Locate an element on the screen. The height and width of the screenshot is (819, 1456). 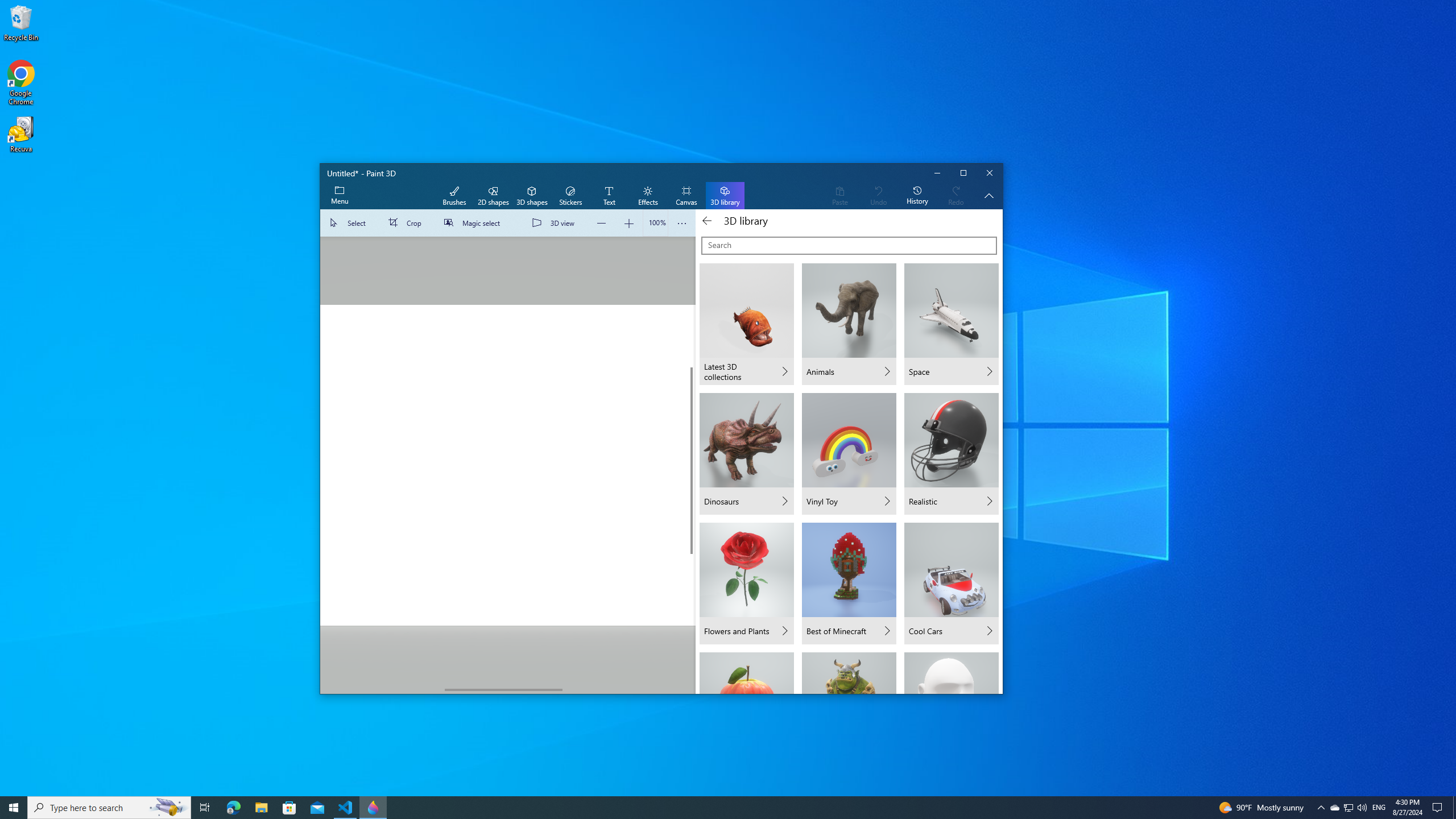
'Best of Minecraft' is located at coordinates (848, 584).